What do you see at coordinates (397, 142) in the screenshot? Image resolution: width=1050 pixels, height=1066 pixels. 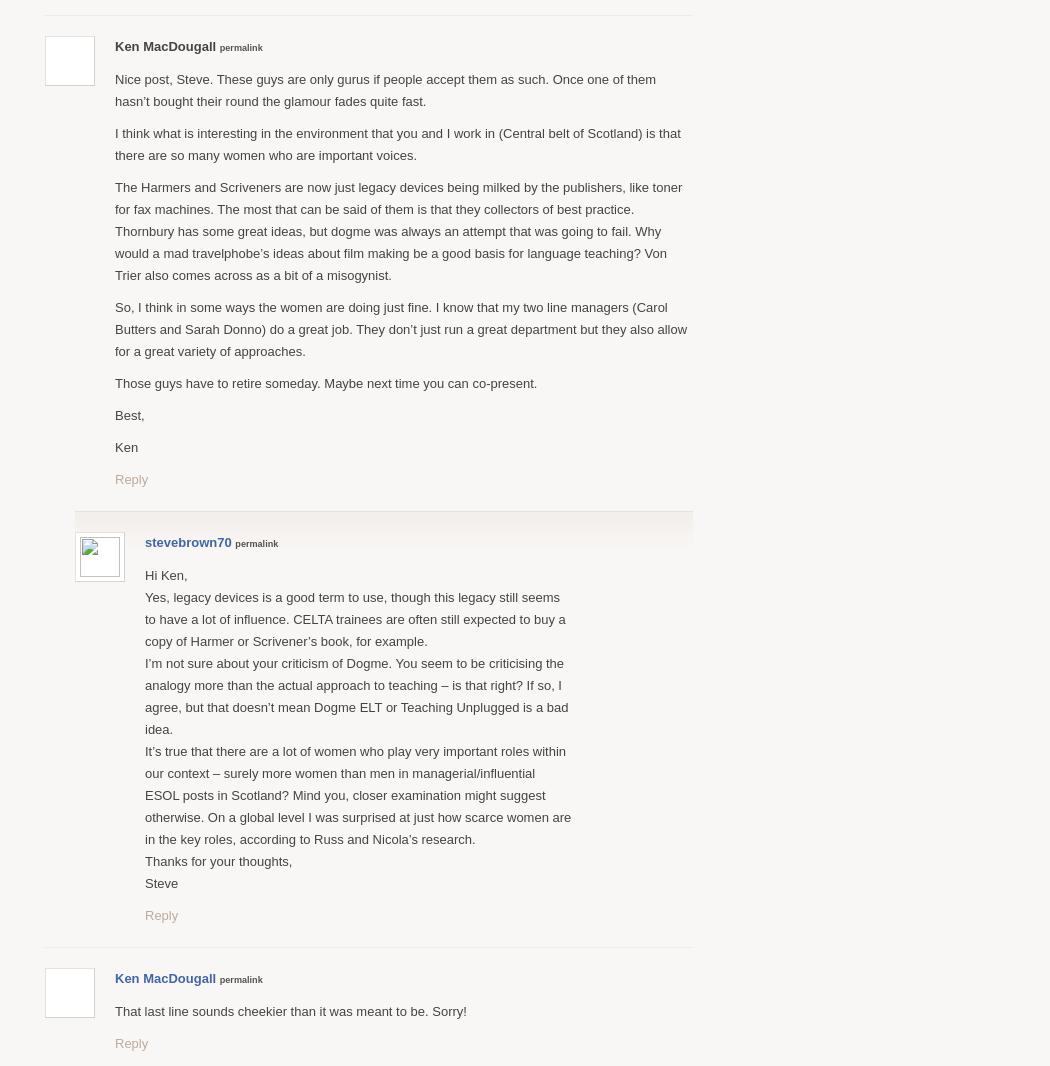 I see `'I think what is interesting in the environment that you and I work in (Central belt of Scotland) is that there are so many women who are important voices.'` at bounding box center [397, 142].